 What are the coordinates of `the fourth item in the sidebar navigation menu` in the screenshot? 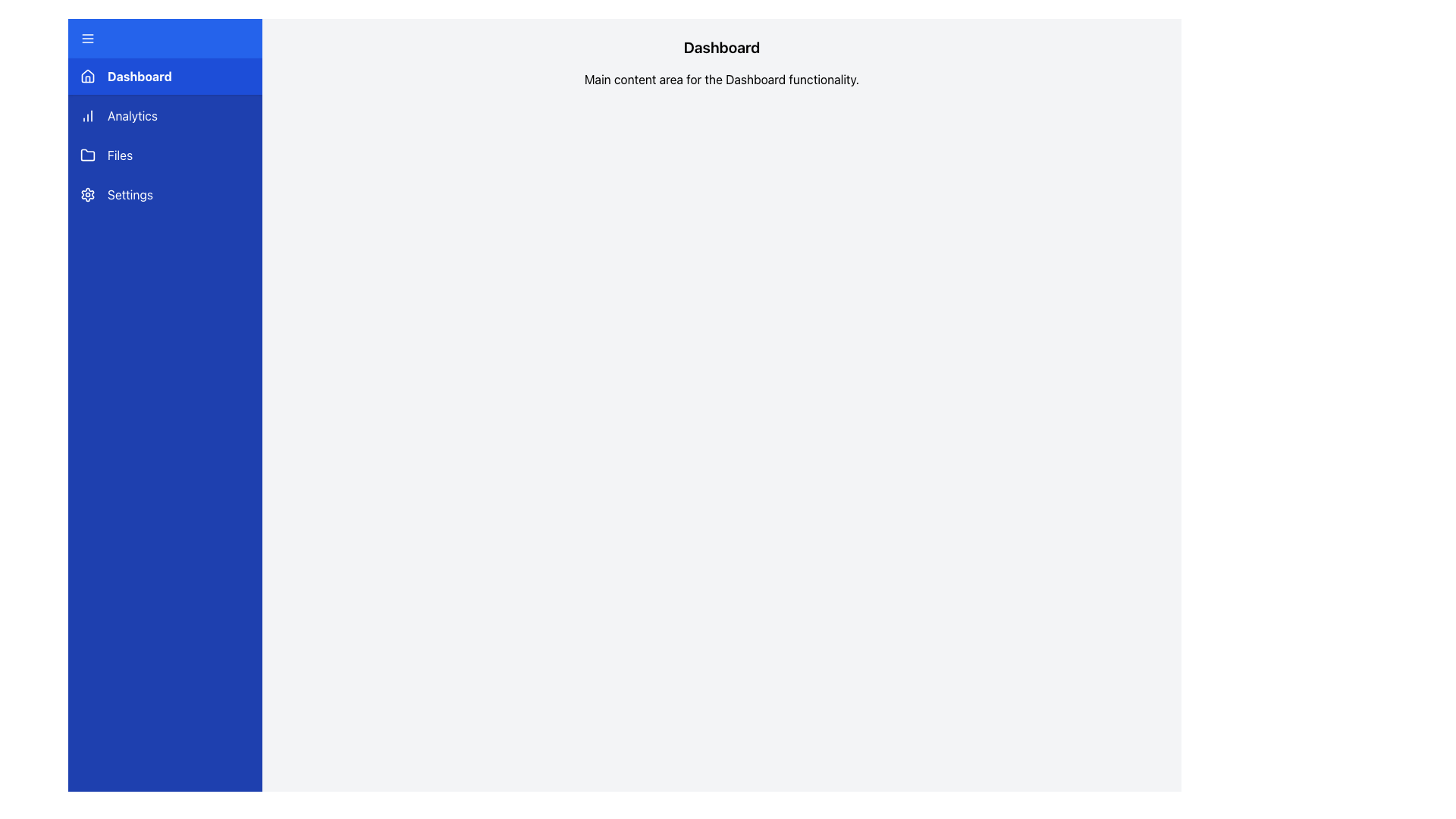 It's located at (165, 194).